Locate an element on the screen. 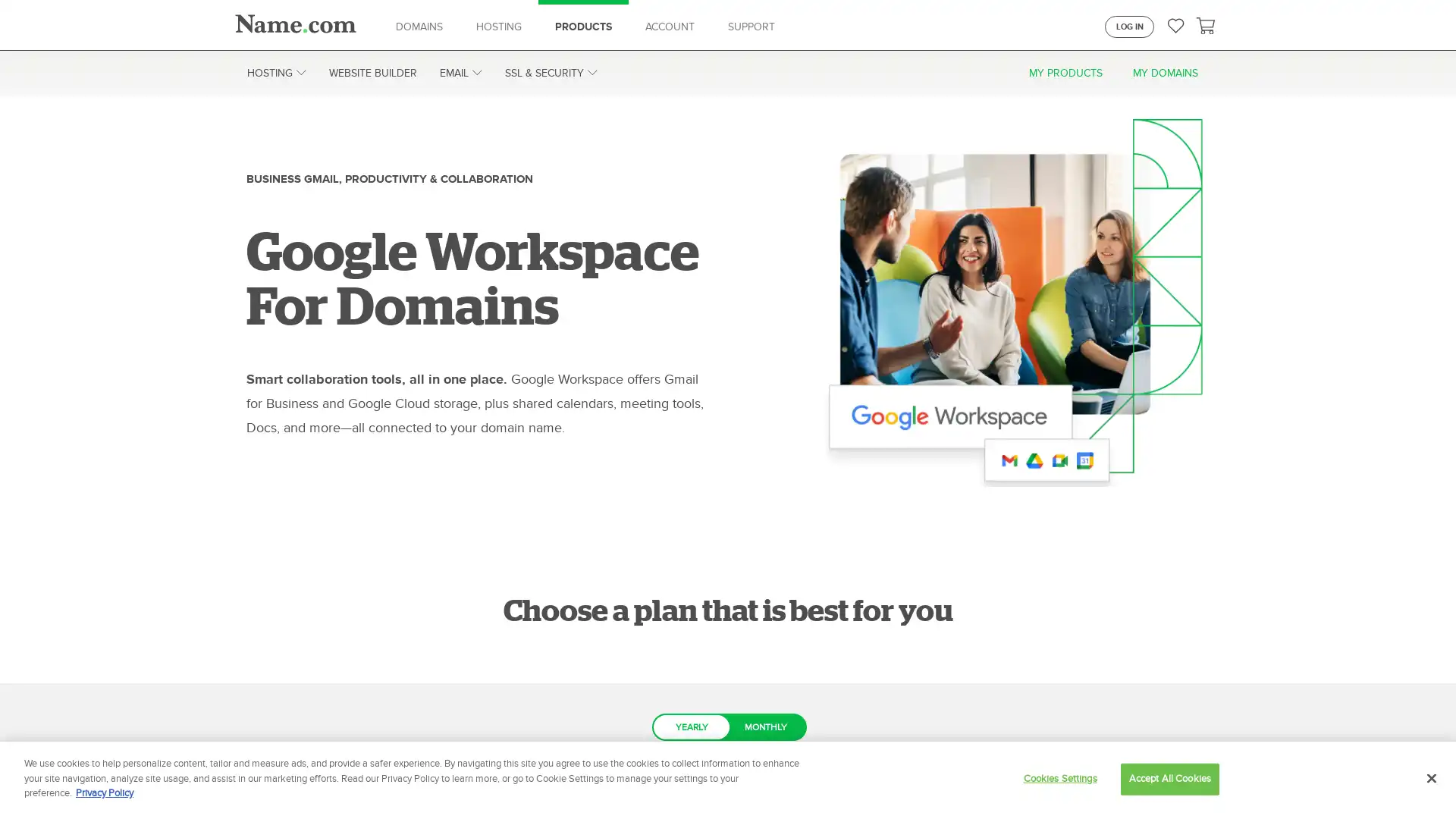 Image resolution: width=1456 pixels, height=819 pixels. Cookies Settings is located at coordinates (1059, 778).